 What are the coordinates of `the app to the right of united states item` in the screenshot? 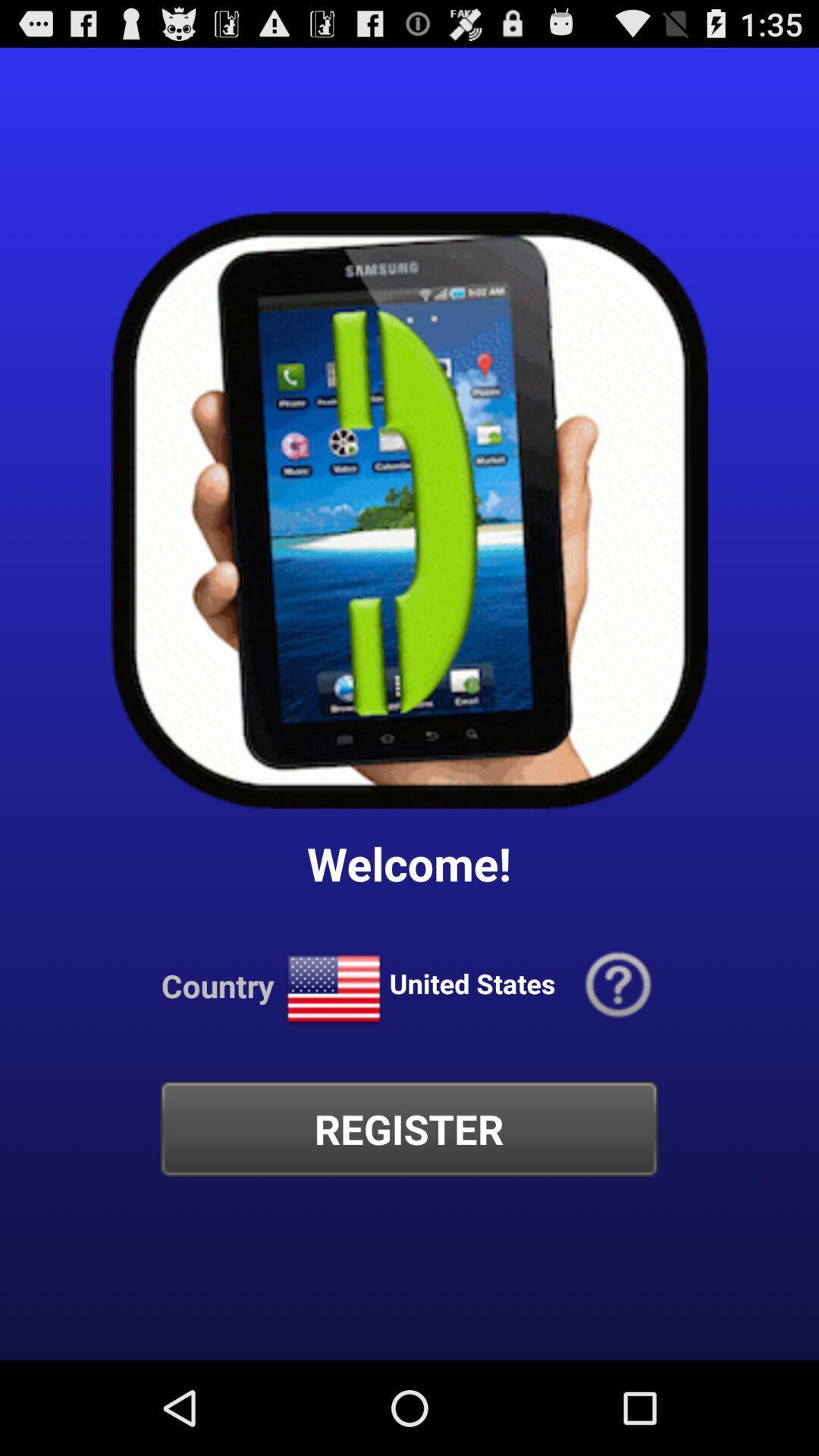 It's located at (618, 985).